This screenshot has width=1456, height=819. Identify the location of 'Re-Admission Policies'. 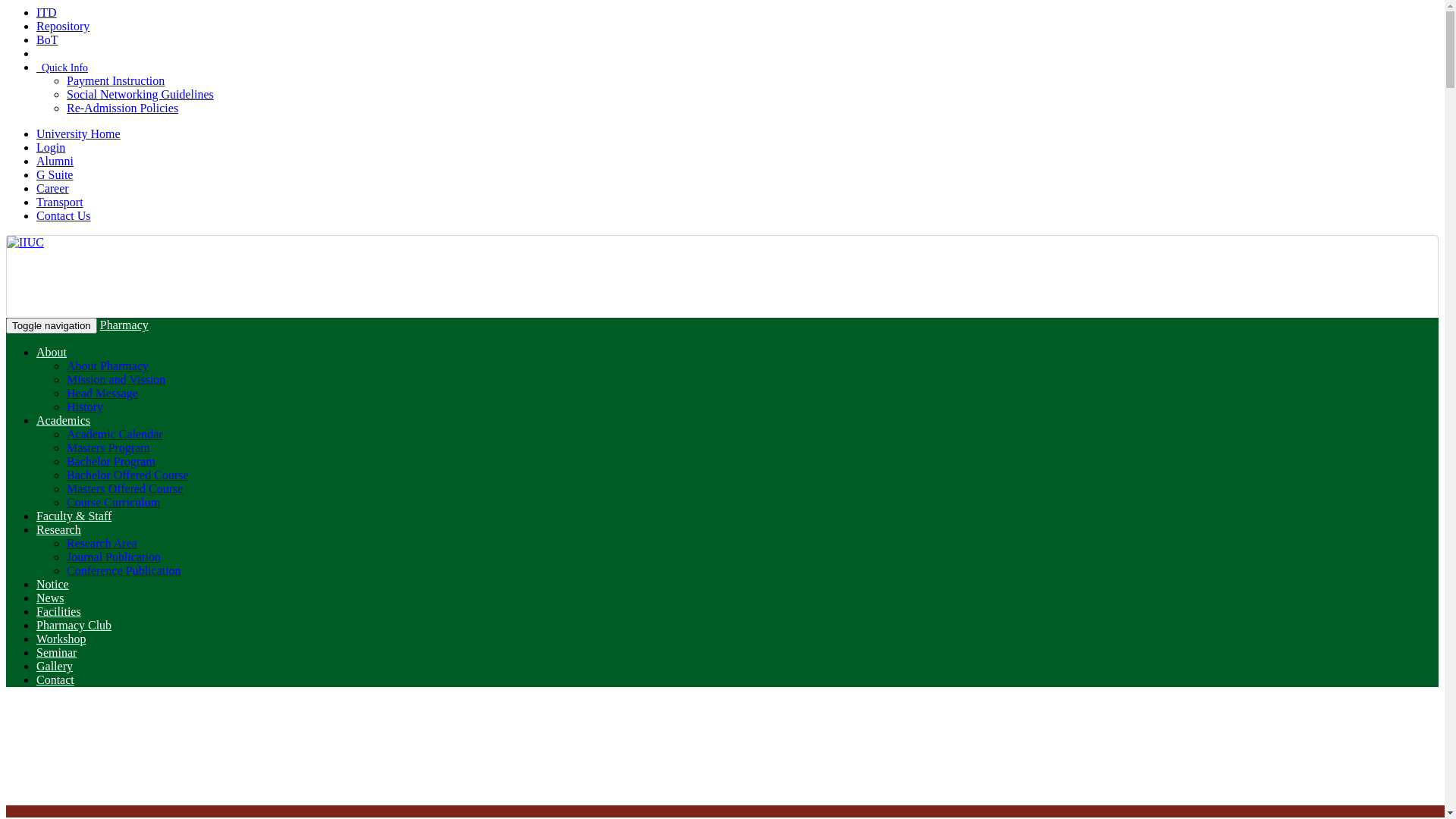
(122, 107).